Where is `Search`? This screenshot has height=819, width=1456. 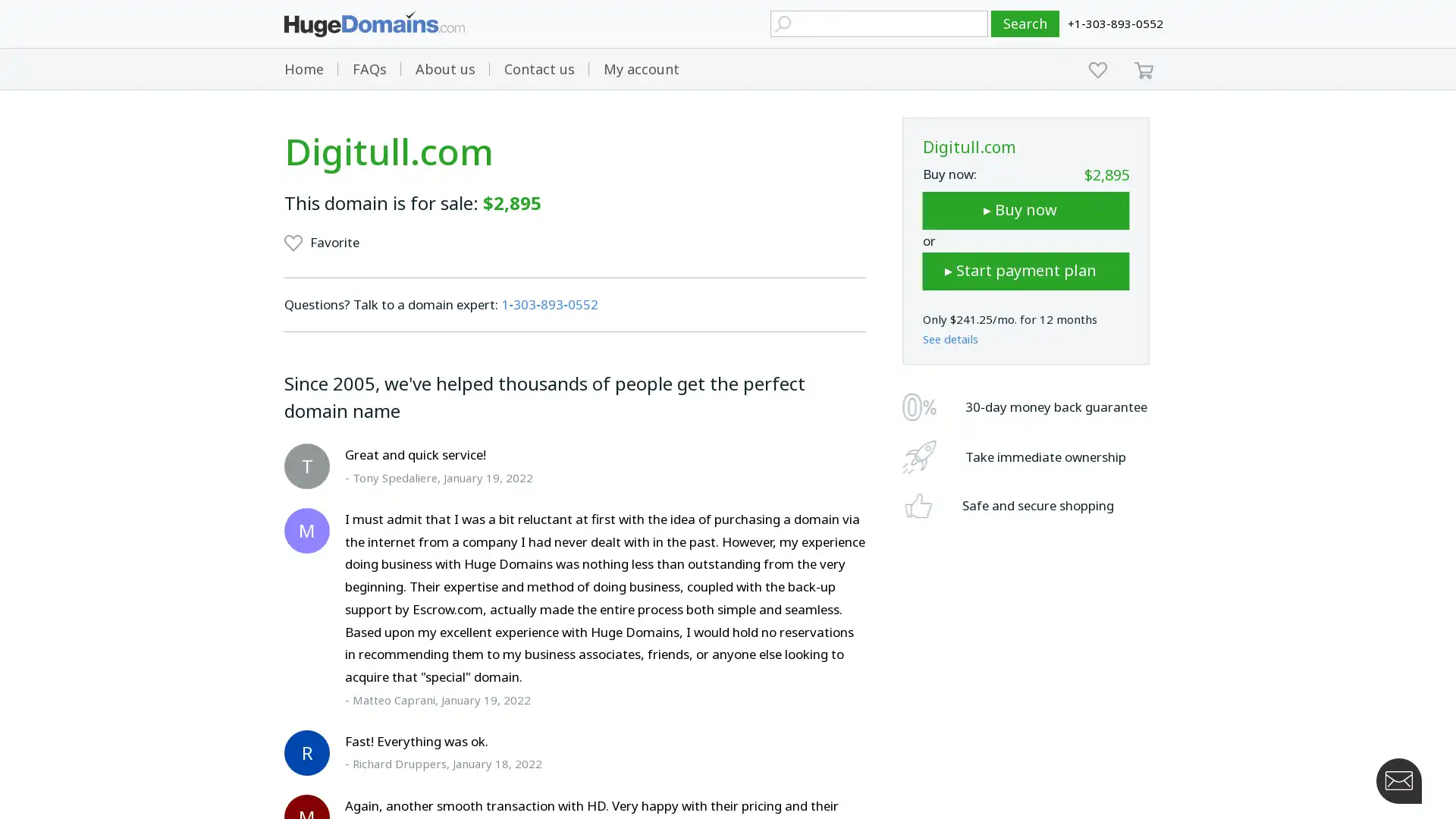 Search is located at coordinates (1025, 24).